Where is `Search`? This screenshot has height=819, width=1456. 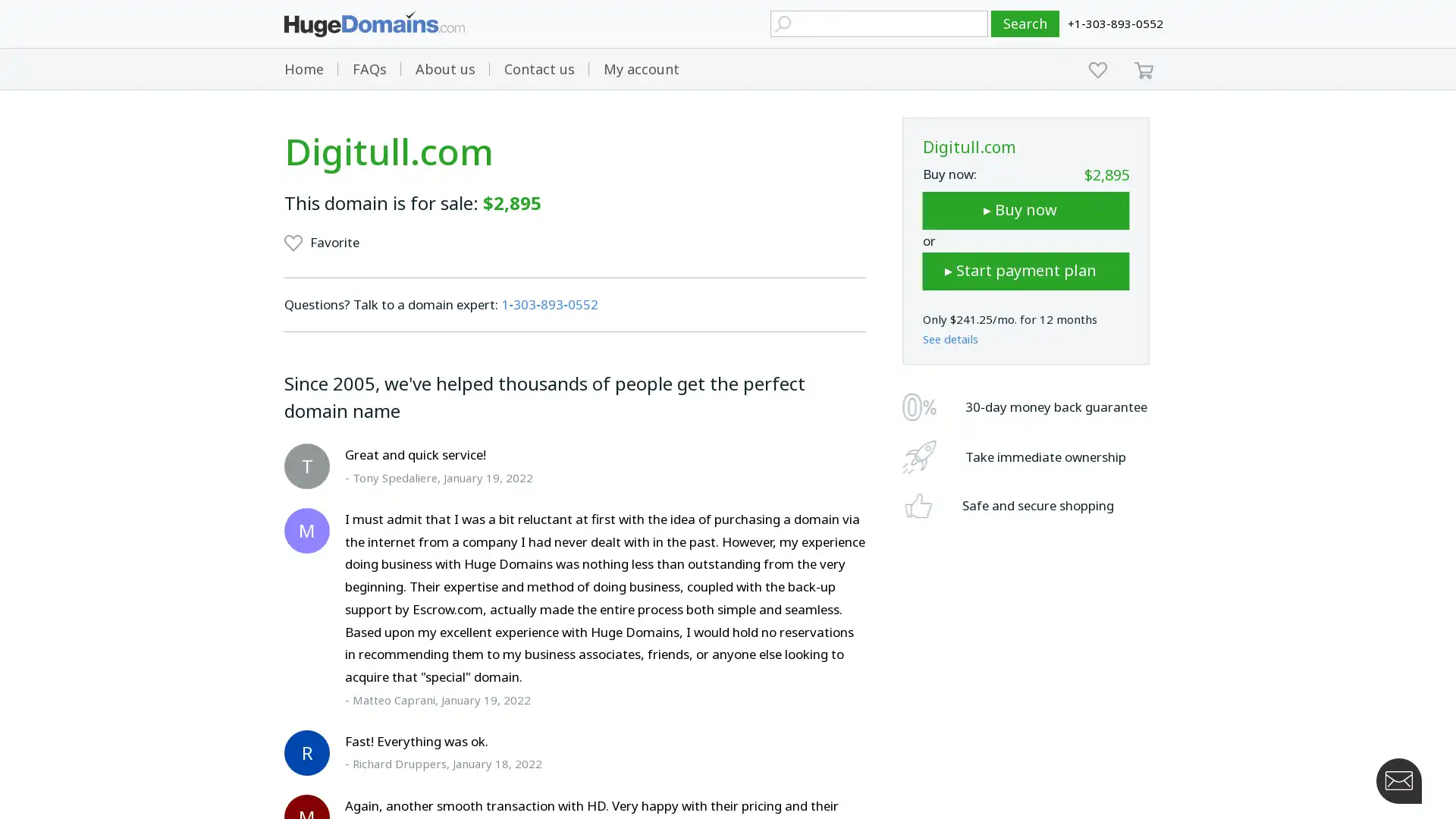 Search is located at coordinates (1025, 24).